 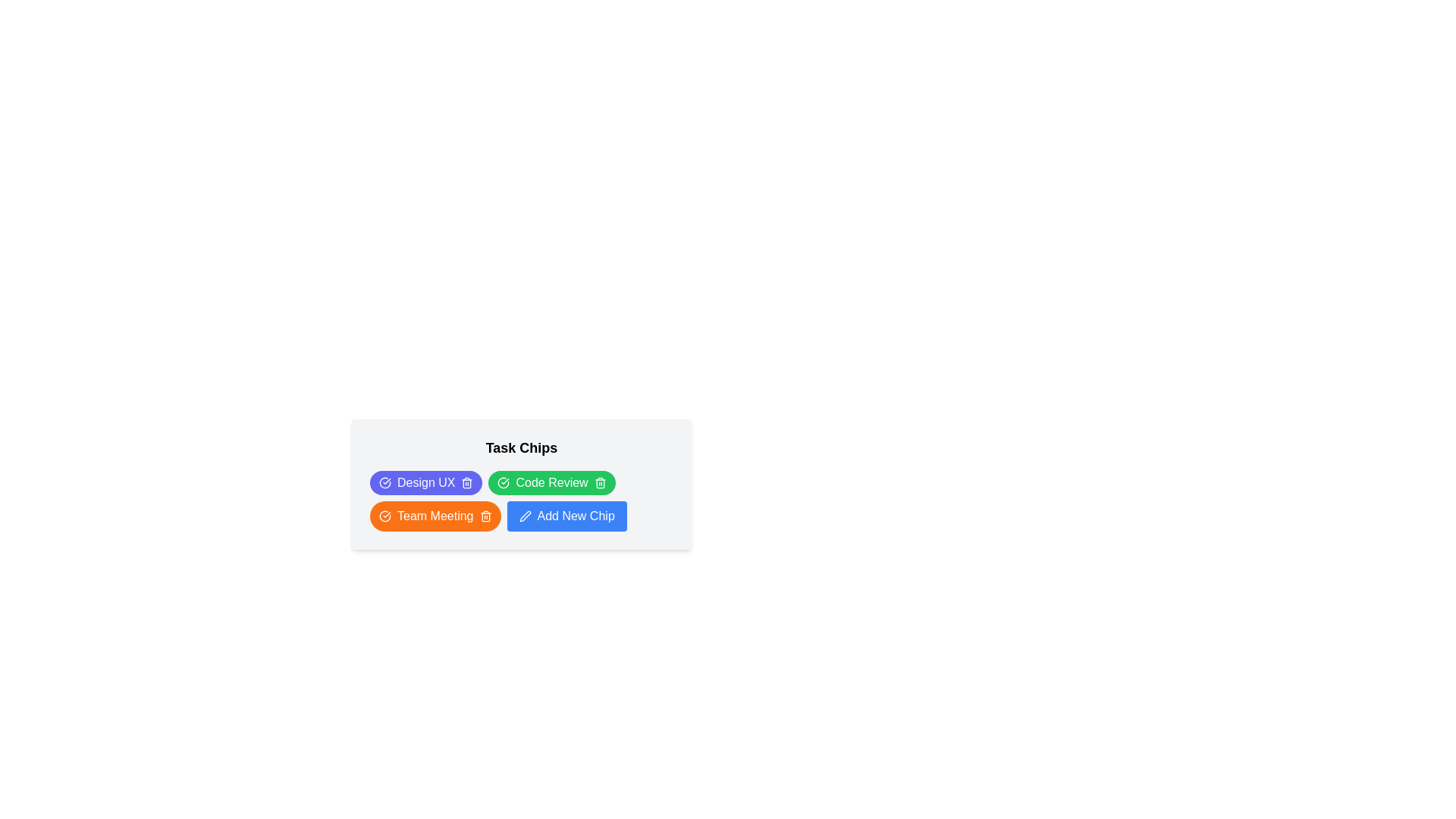 I want to click on the trash can body icon, which is part of the trash icon located to the right of the 'Team Meeting' label in the orange-colored chip, so click(x=485, y=516).